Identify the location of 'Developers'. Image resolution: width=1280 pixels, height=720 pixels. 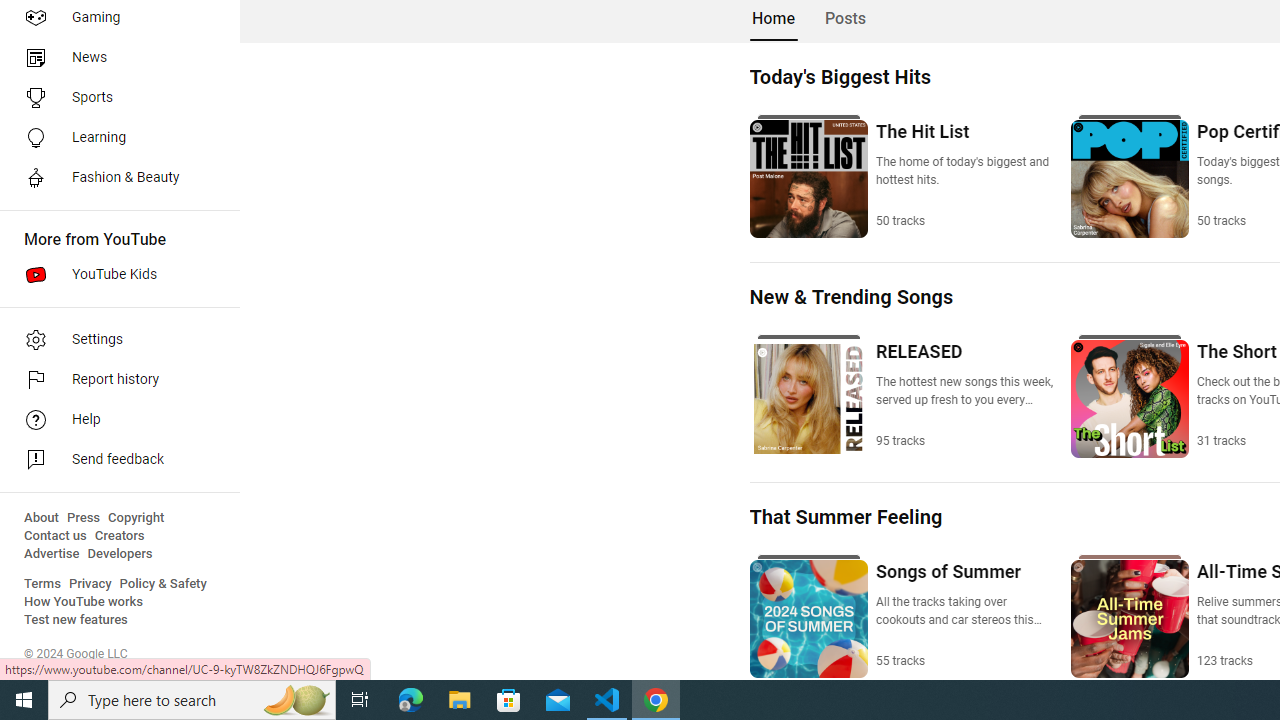
(119, 554).